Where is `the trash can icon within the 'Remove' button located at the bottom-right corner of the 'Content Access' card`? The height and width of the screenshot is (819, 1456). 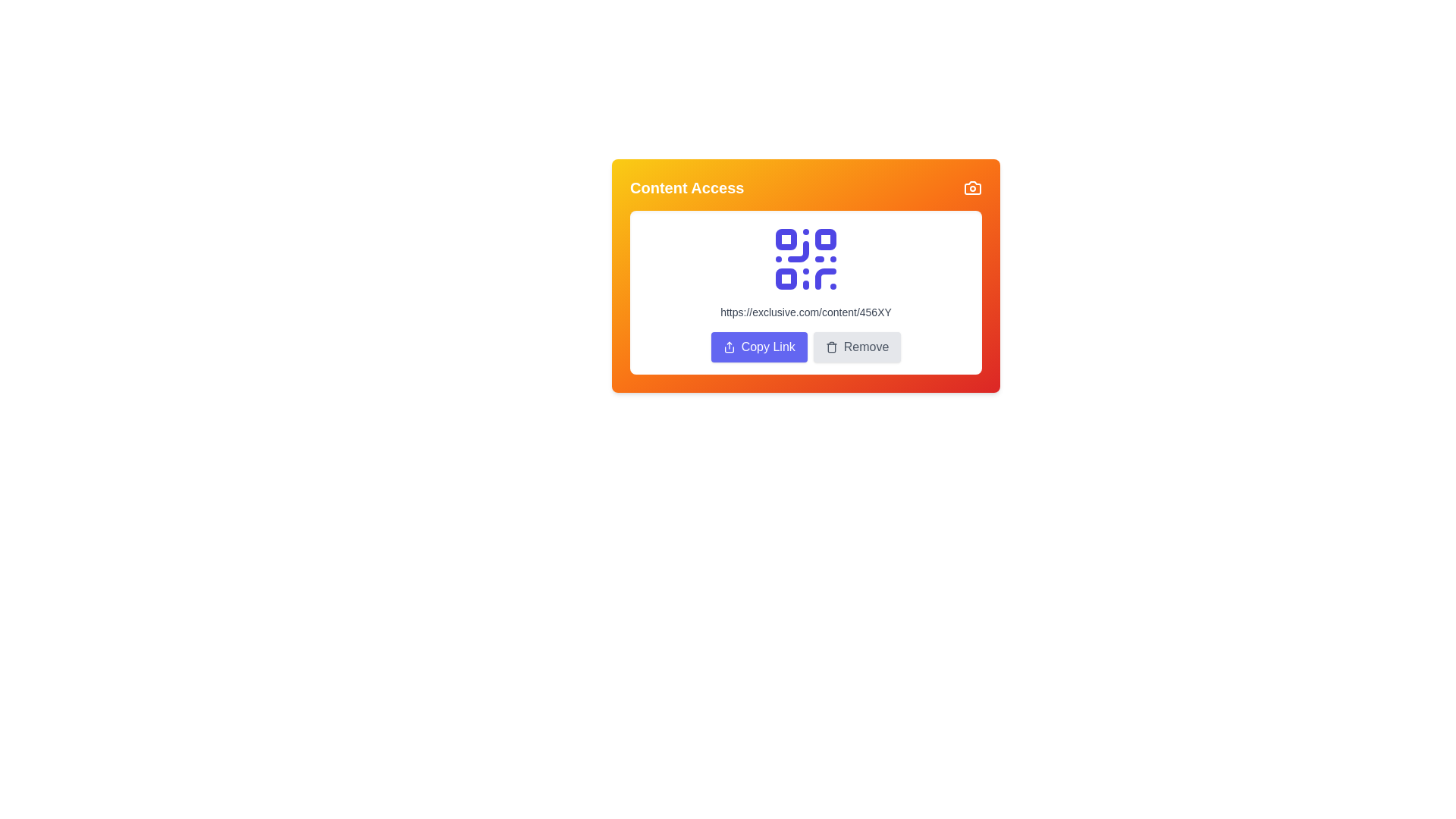 the trash can icon within the 'Remove' button located at the bottom-right corner of the 'Content Access' card is located at coordinates (830, 347).